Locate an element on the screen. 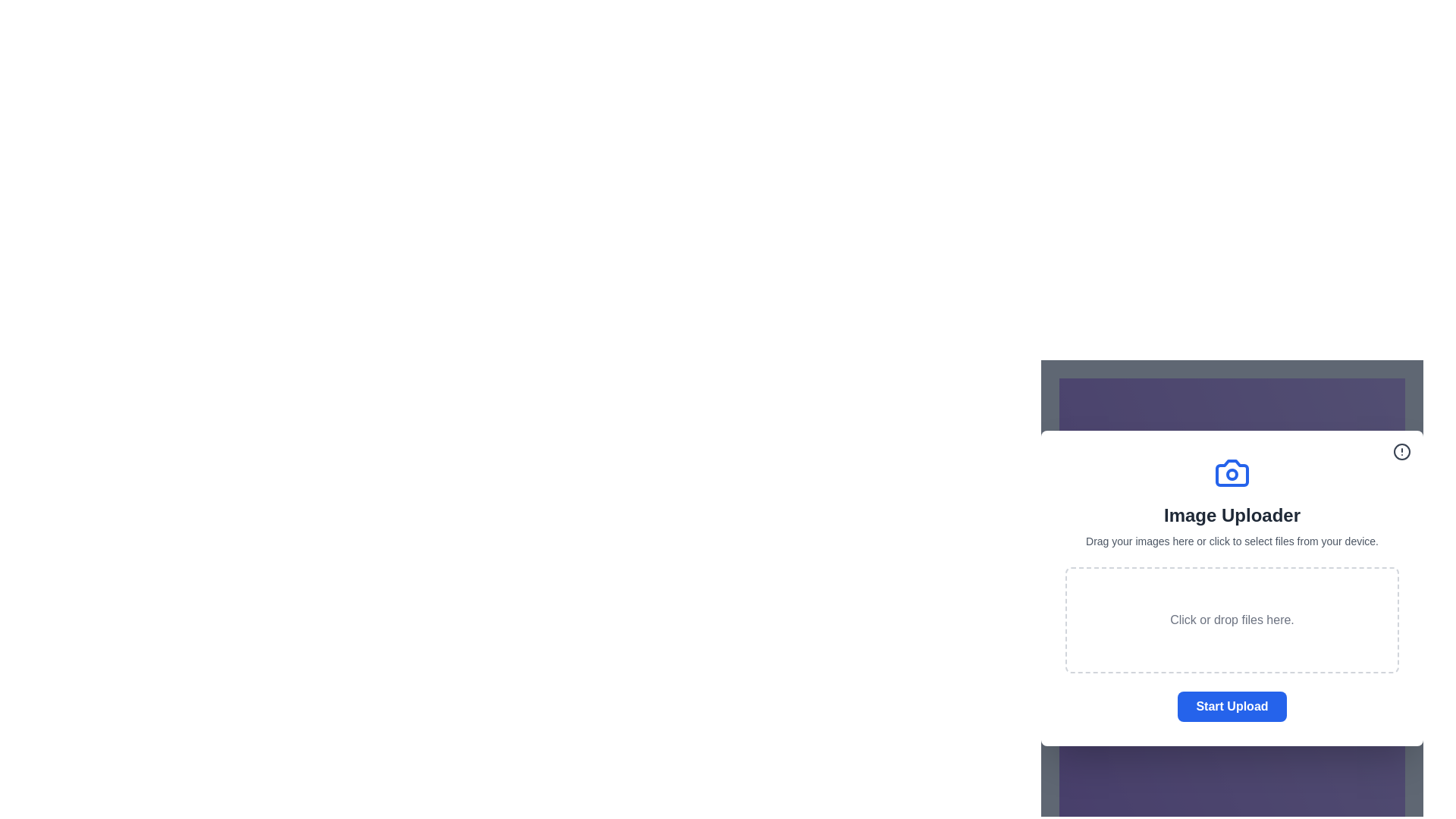  and drop files into the modal content section designated for image uploads, located at the center of the modal window is located at coordinates (1232, 587).